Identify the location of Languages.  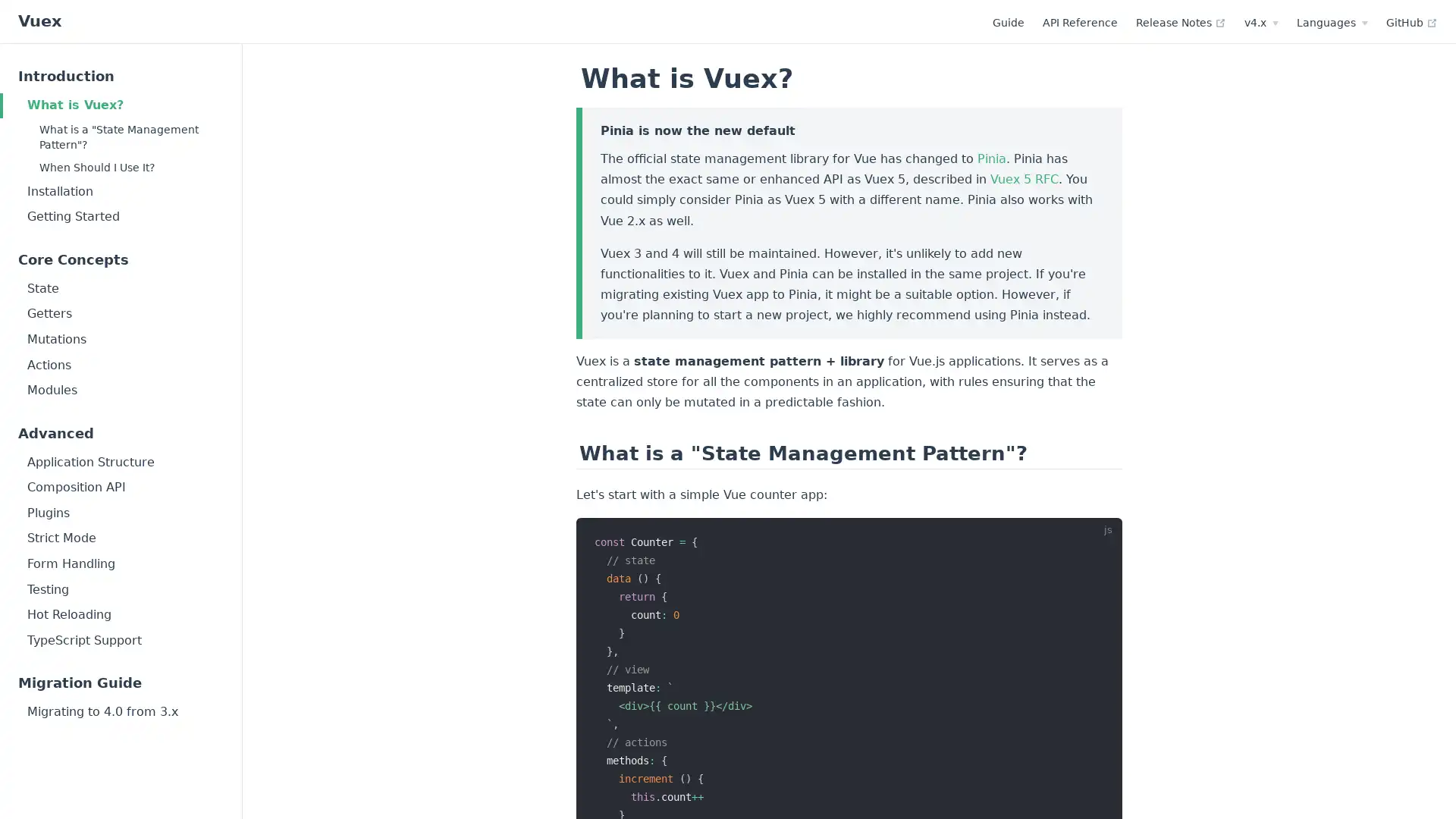
(1331, 23).